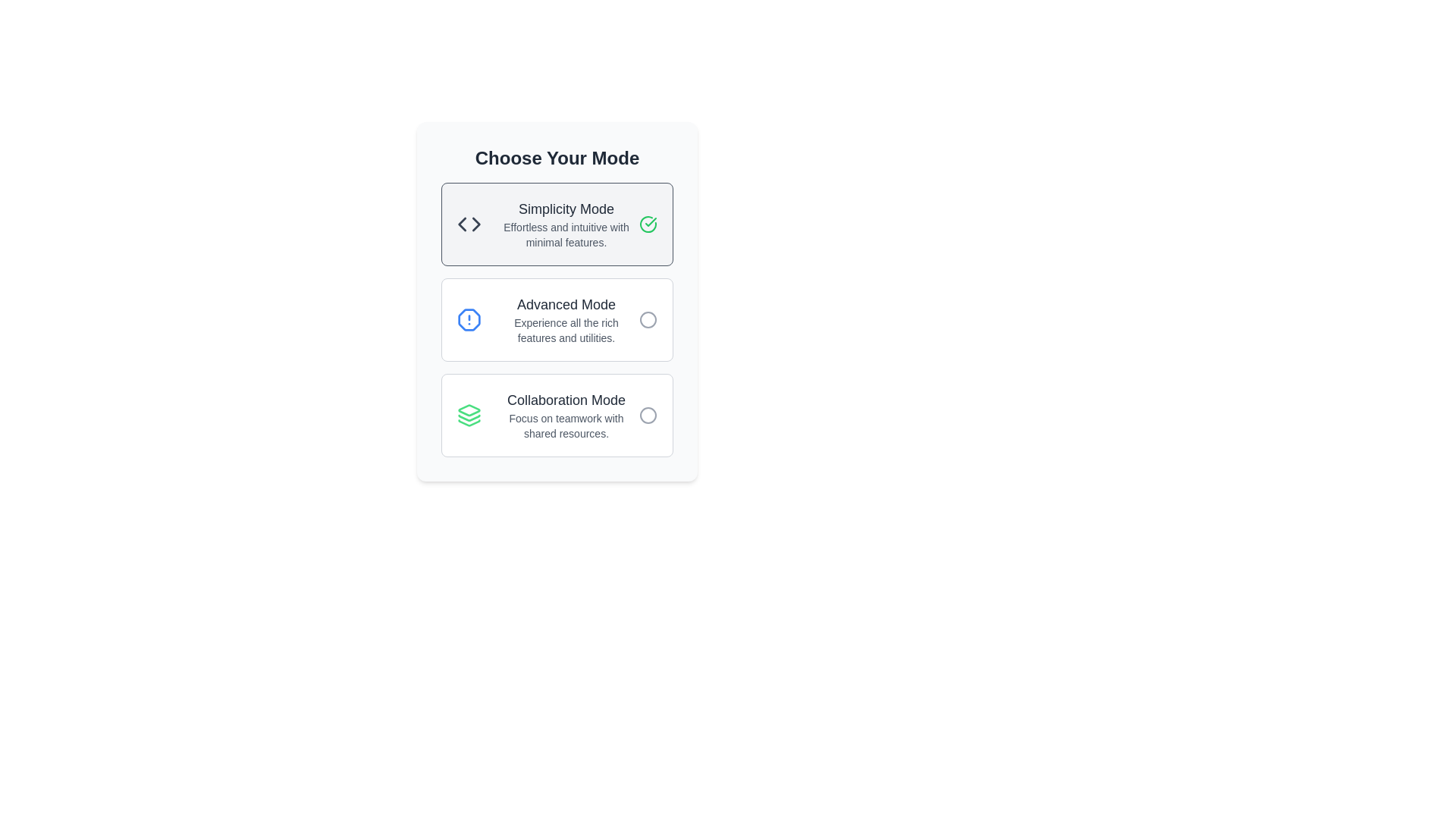 The height and width of the screenshot is (819, 1456). Describe the element at coordinates (566, 209) in the screenshot. I see `the 'Simplicity Mode' text label, which is prominently displayed in gray with a large font size, located at the top of the first mode selection option` at that location.